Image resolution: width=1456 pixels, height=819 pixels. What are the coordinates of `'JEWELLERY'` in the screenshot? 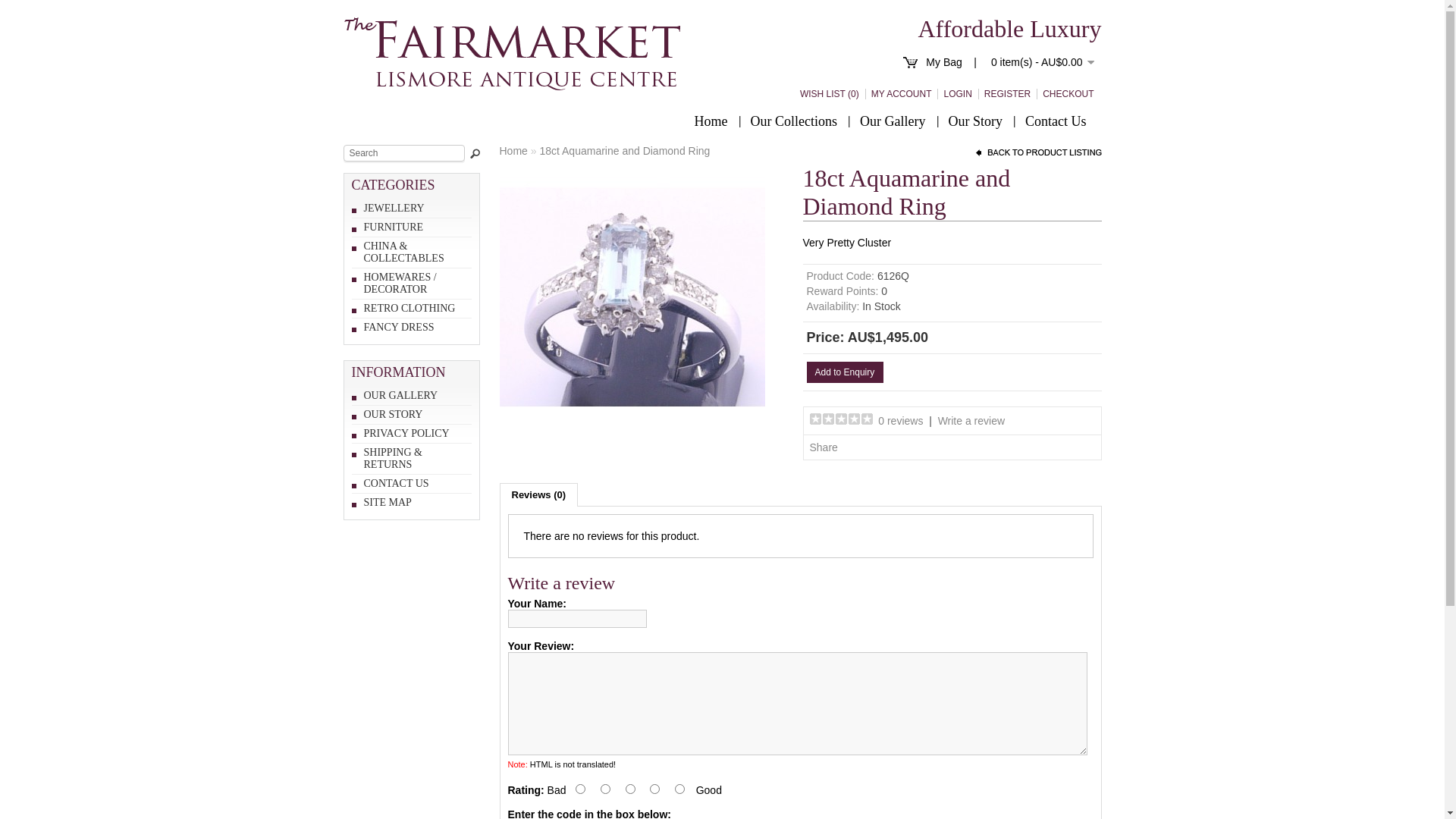 It's located at (394, 208).